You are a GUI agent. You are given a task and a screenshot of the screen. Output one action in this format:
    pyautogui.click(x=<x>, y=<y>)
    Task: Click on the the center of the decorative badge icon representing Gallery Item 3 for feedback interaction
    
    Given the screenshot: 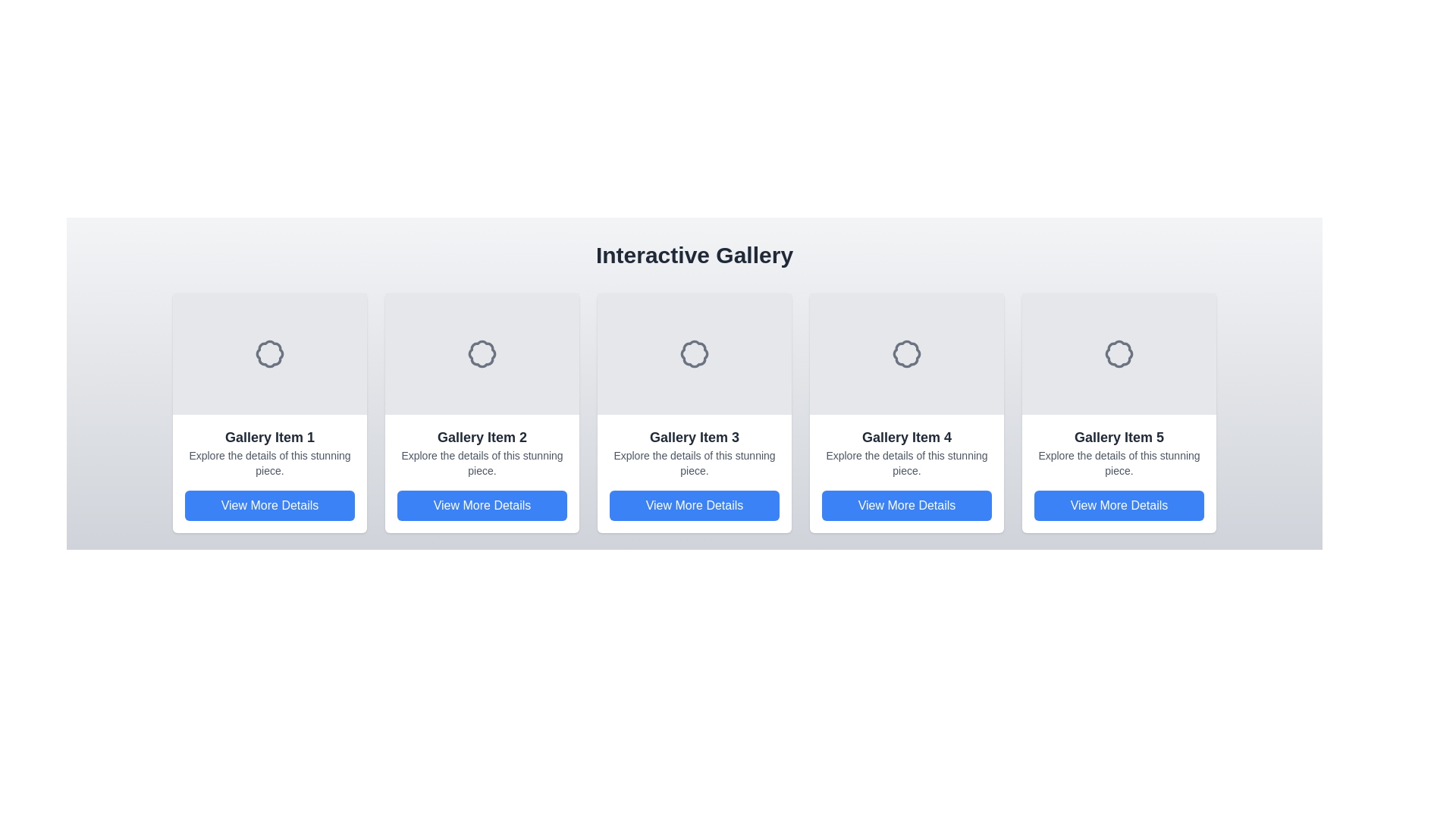 What is the action you would take?
    pyautogui.click(x=694, y=353)
    